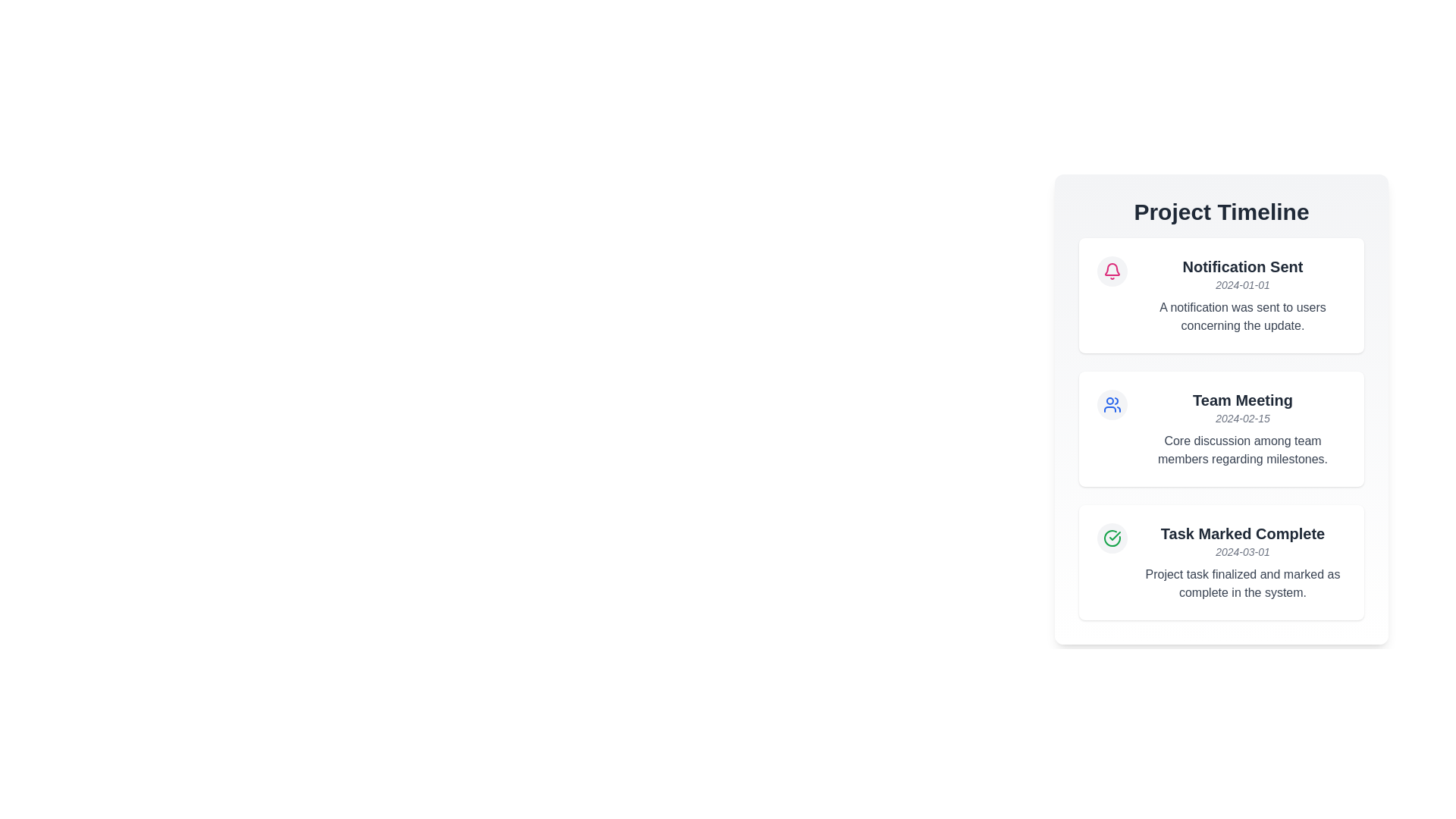 This screenshot has width=1456, height=819. I want to click on the Text label indicating the date associated with the 'Notification Sent' notification, which is positioned below 'Notification Sent' and above the description text, so click(1242, 284).